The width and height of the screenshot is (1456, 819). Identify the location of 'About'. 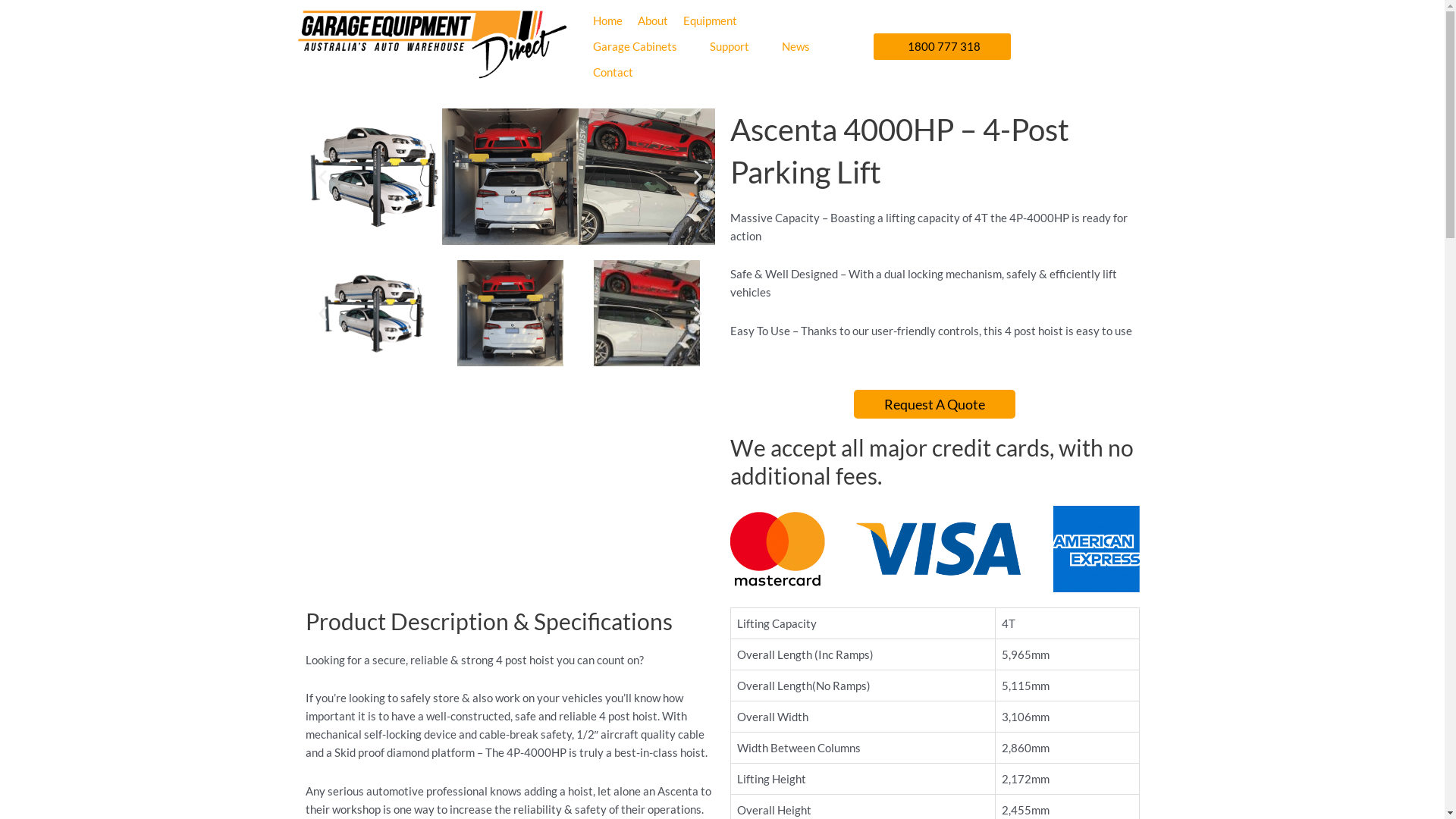
(637, 20).